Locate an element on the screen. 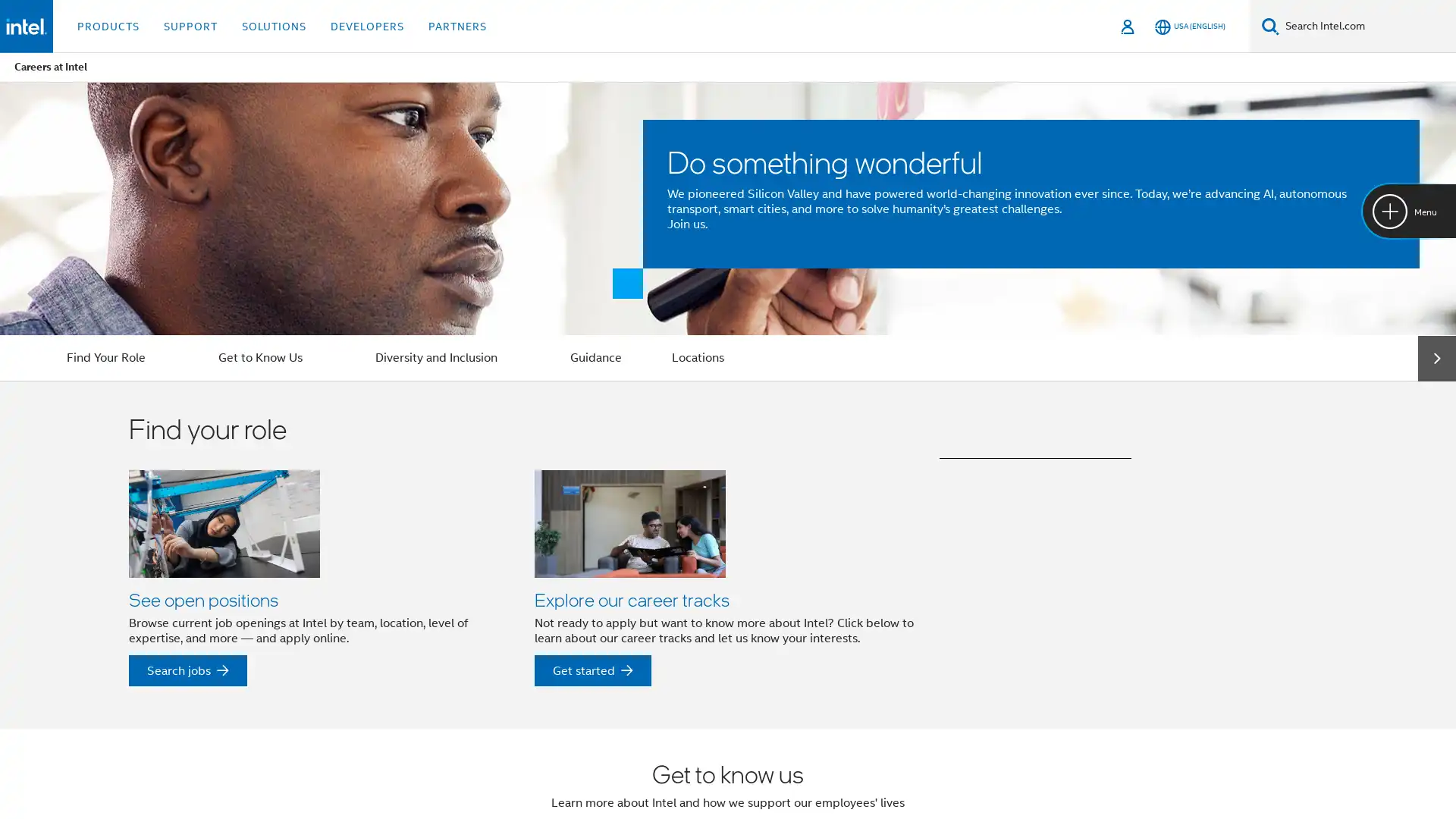 The width and height of the screenshot is (1456, 819). Search is located at coordinates (1270, 26).